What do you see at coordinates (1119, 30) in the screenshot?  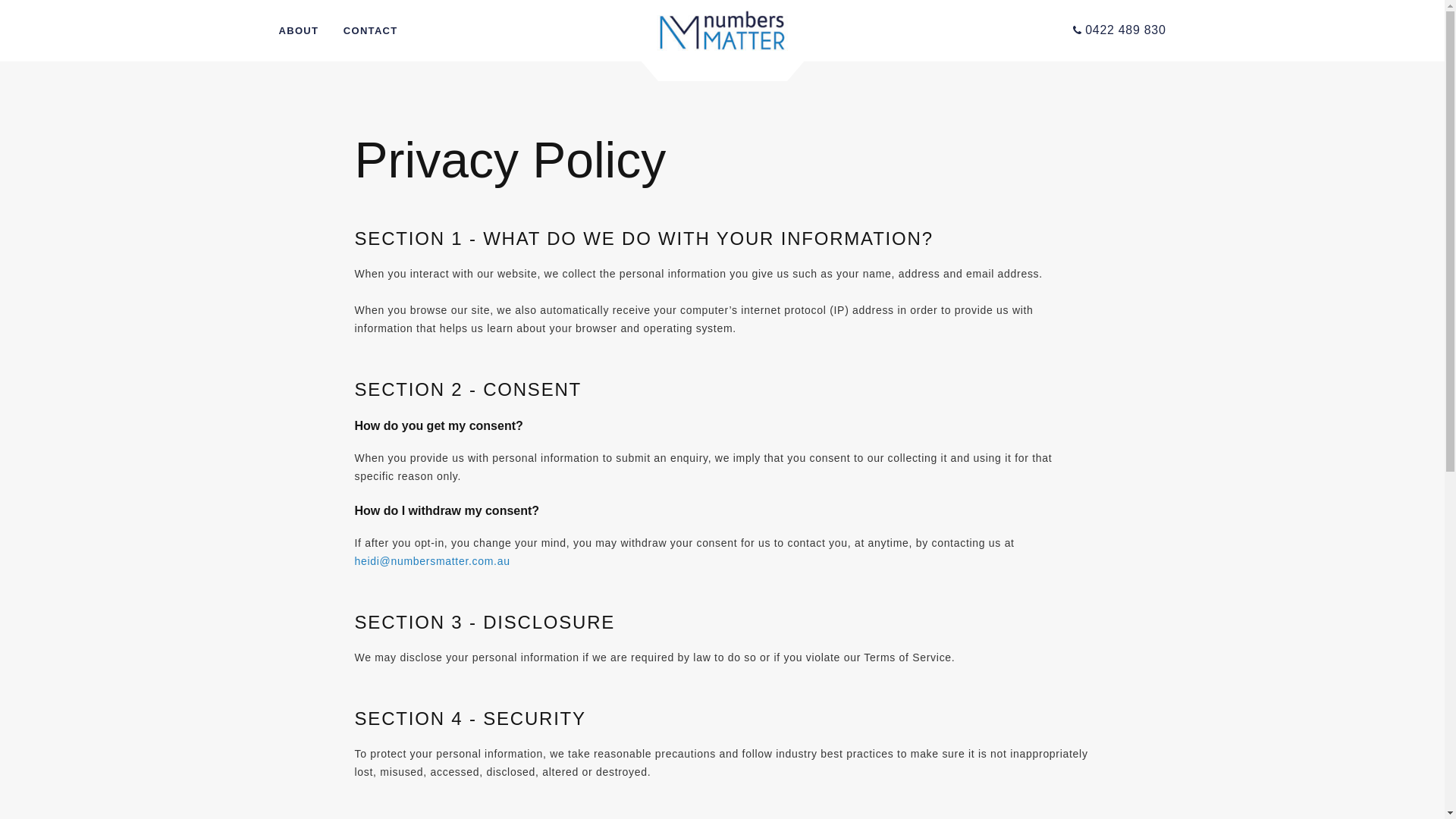 I see `'0422 489 830'` at bounding box center [1119, 30].